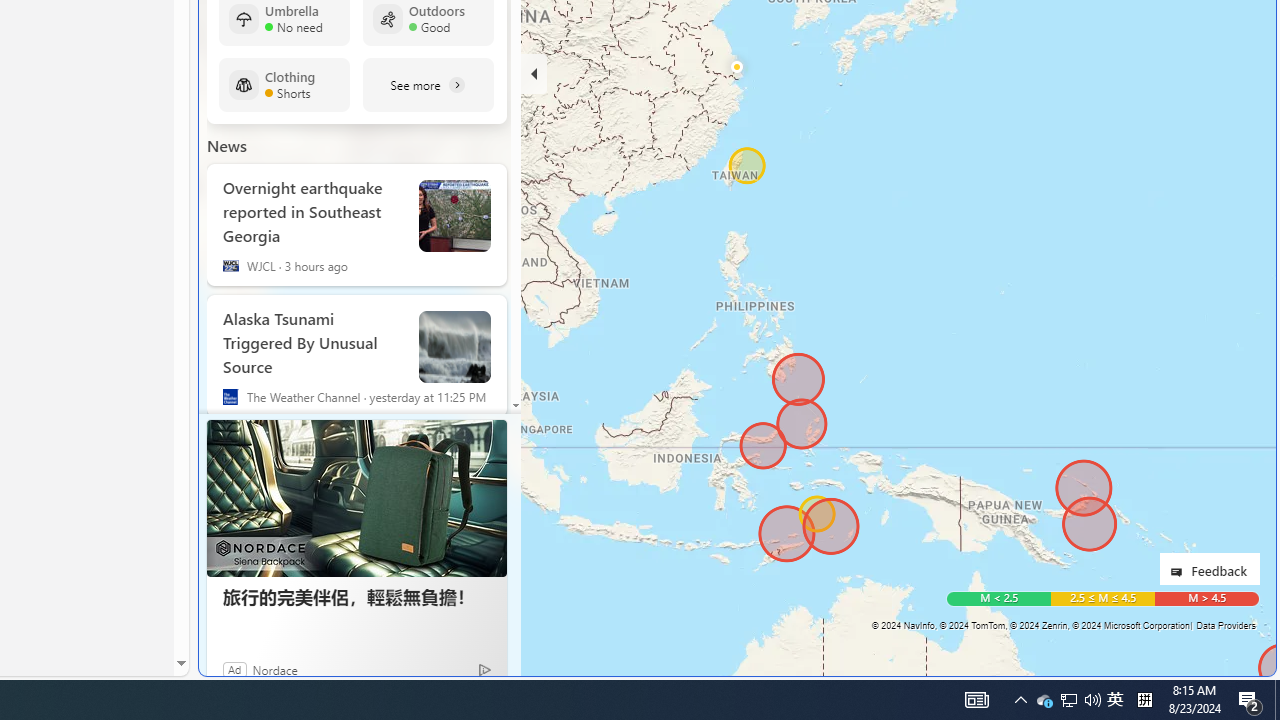 The image size is (1280, 720). What do you see at coordinates (1208, 568) in the screenshot?
I see `'Feedback'` at bounding box center [1208, 568].